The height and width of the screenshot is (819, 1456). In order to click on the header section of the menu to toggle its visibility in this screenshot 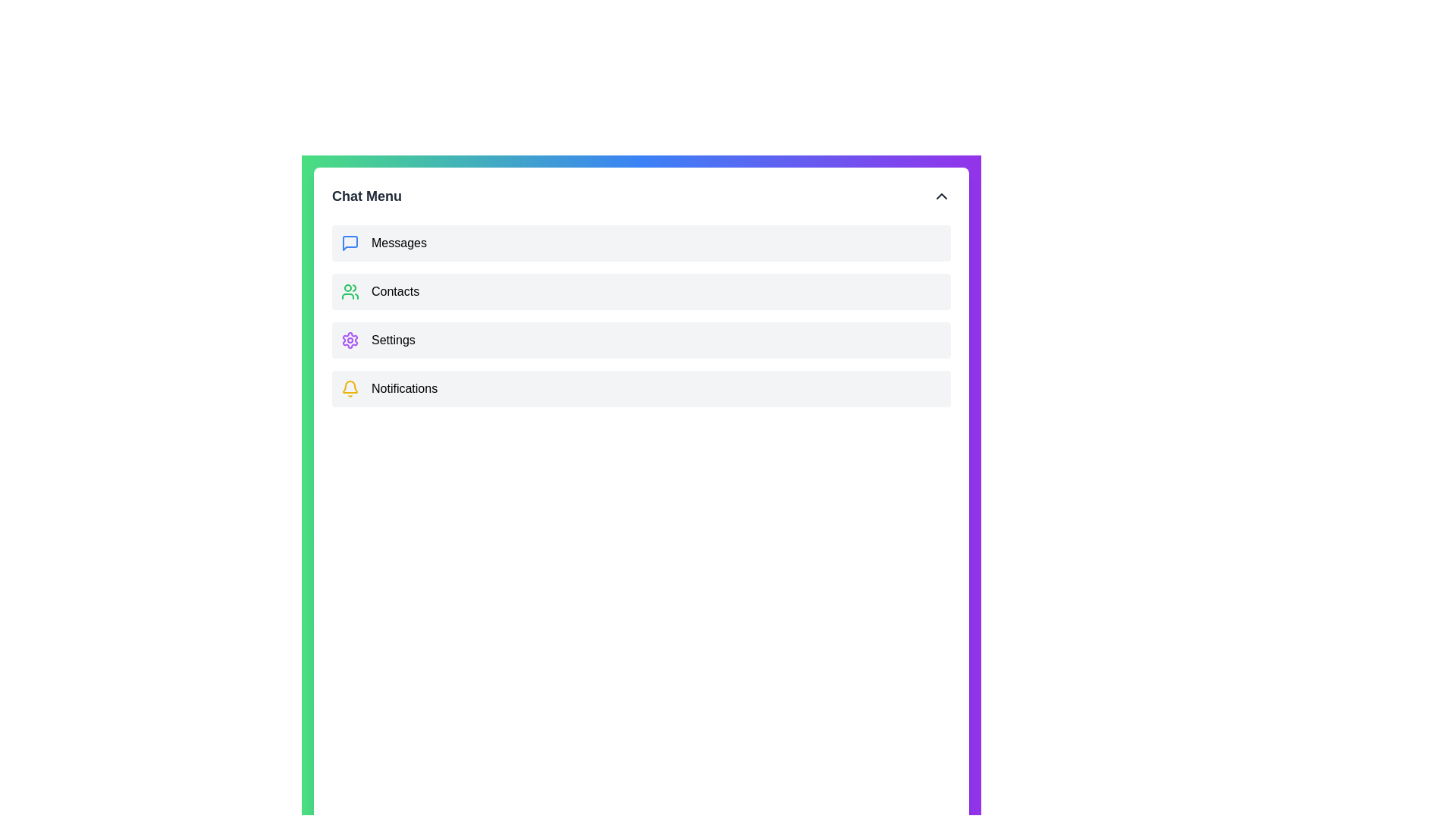, I will do `click(641, 195)`.